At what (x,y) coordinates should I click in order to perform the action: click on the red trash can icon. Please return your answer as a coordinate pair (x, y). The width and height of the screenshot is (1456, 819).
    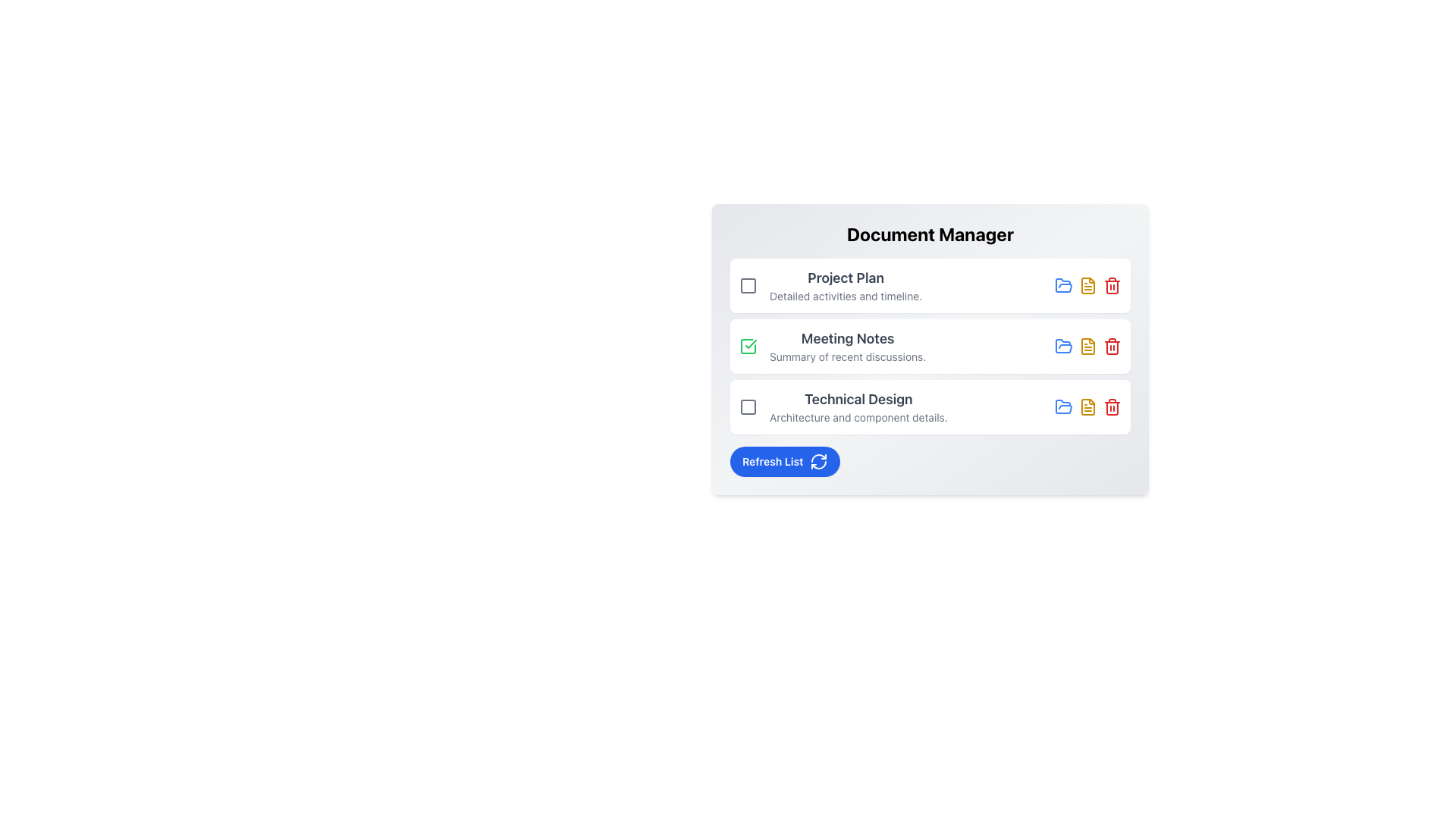
    Looking at the image, I should click on (1112, 346).